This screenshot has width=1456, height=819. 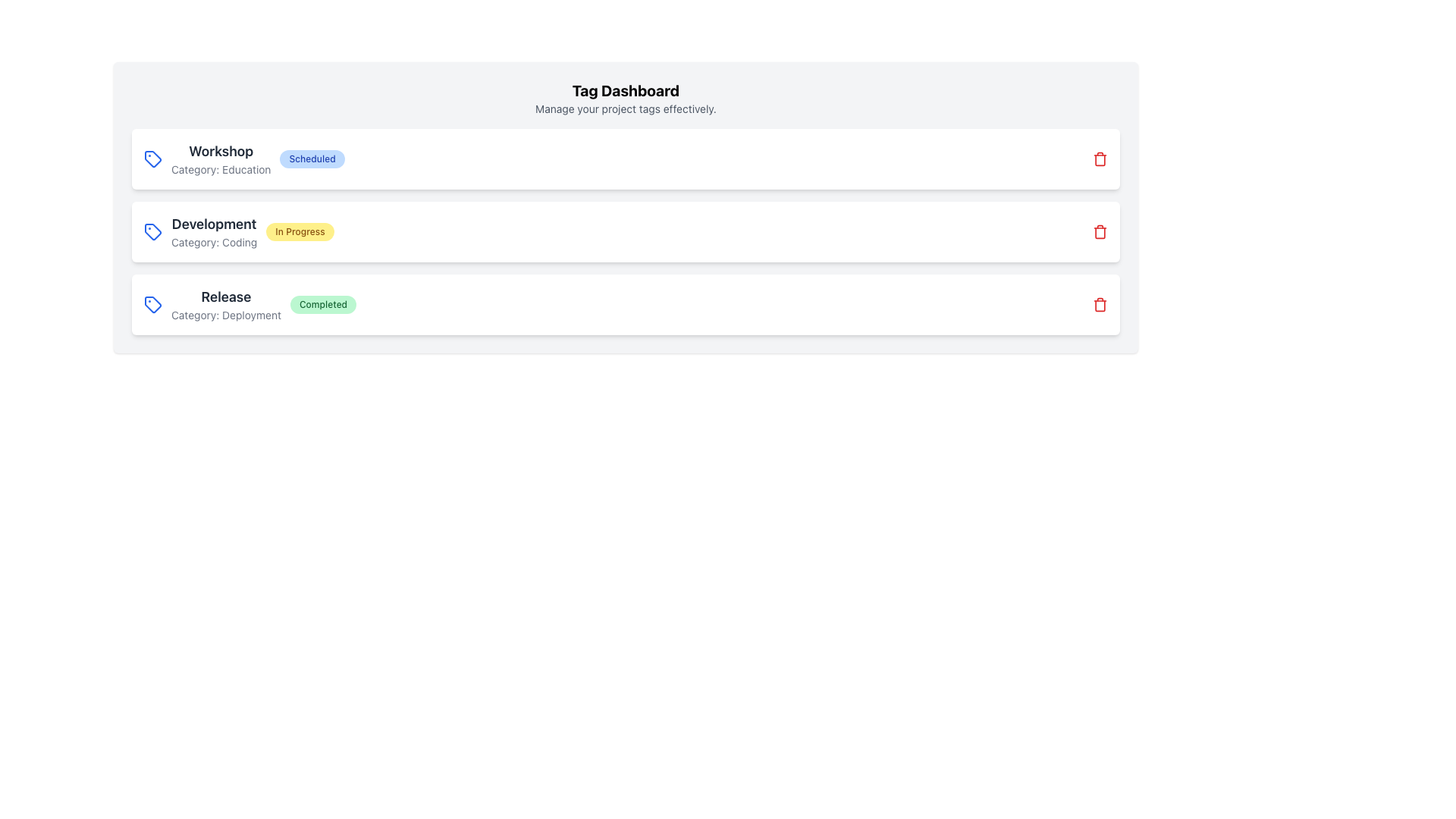 What do you see at coordinates (213, 224) in the screenshot?
I see `text-based label or header element titled 'Development', which is styled prominently in bold and dark gray, located in the second row of a vertical list layout` at bounding box center [213, 224].